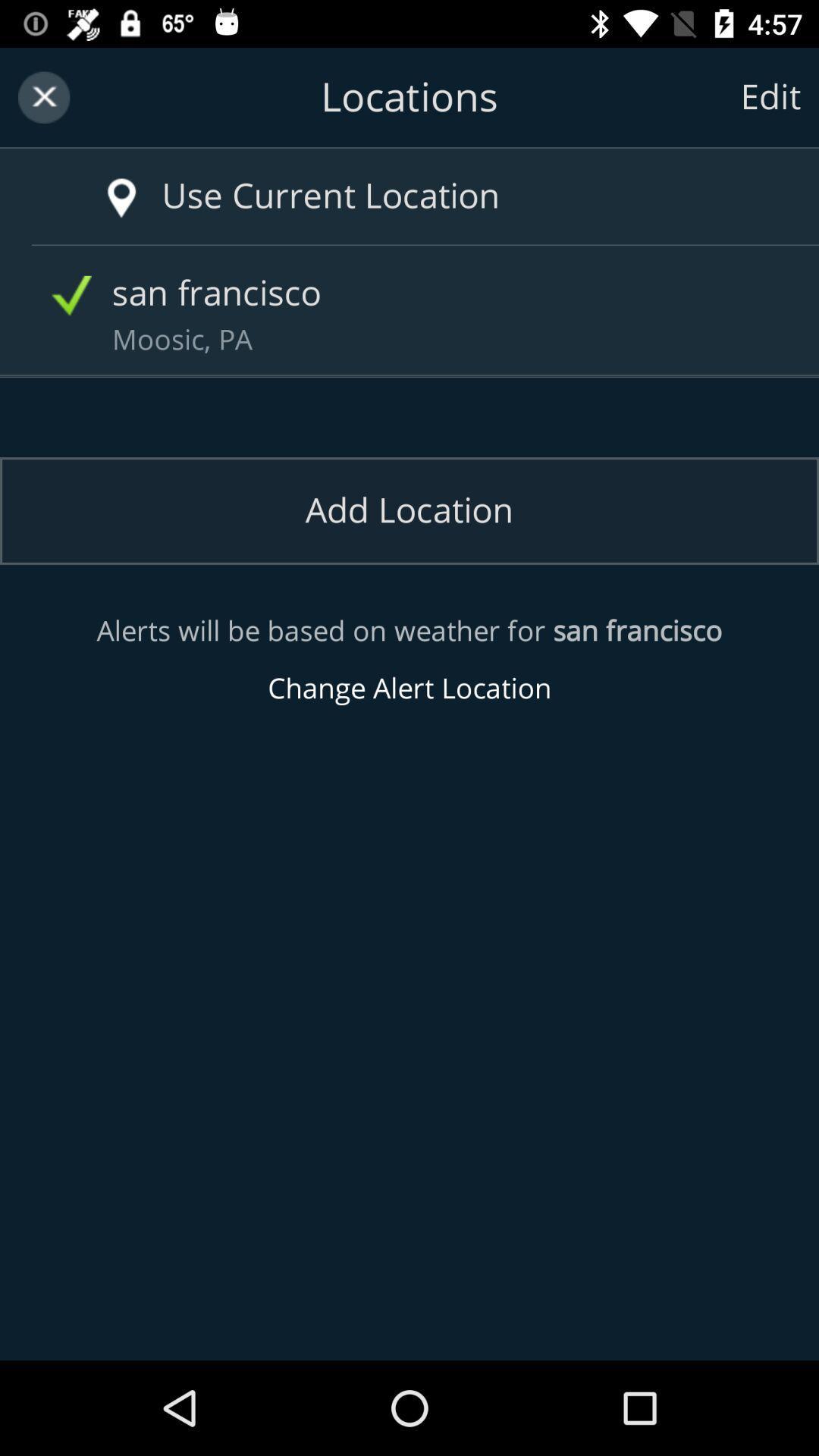 Image resolution: width=819 pixels, height=1456 pixels. Describe the element at coordinates (43, 96) in the screenshot. I see `the window` at that location.